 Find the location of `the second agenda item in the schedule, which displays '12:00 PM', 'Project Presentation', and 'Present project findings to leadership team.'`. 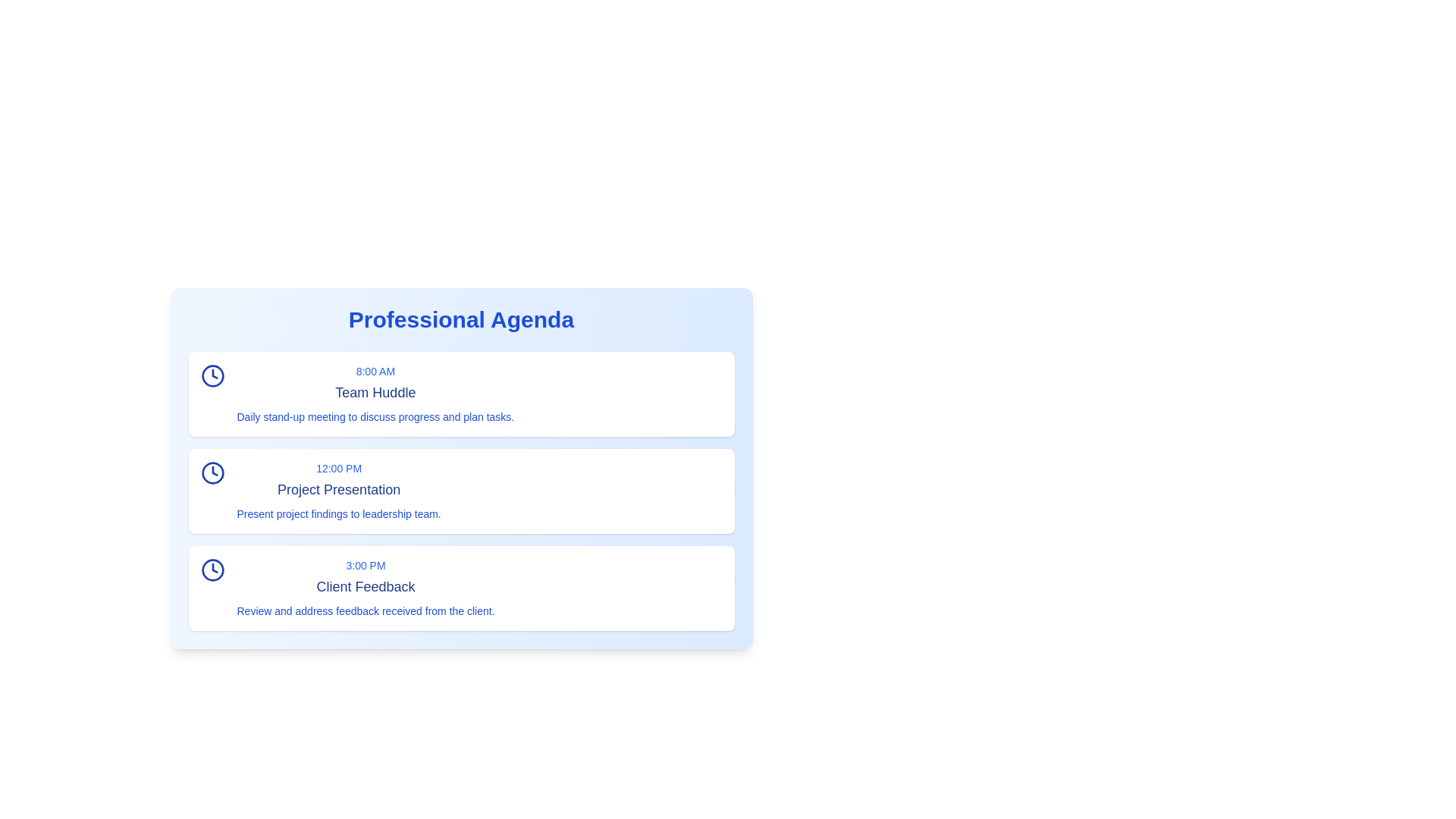

the second agenda item in the schedule, which displays '12:00 PM', 'Project Presentation', and 'Present project findings to leadership team.' is located at coordinates (338, 491).